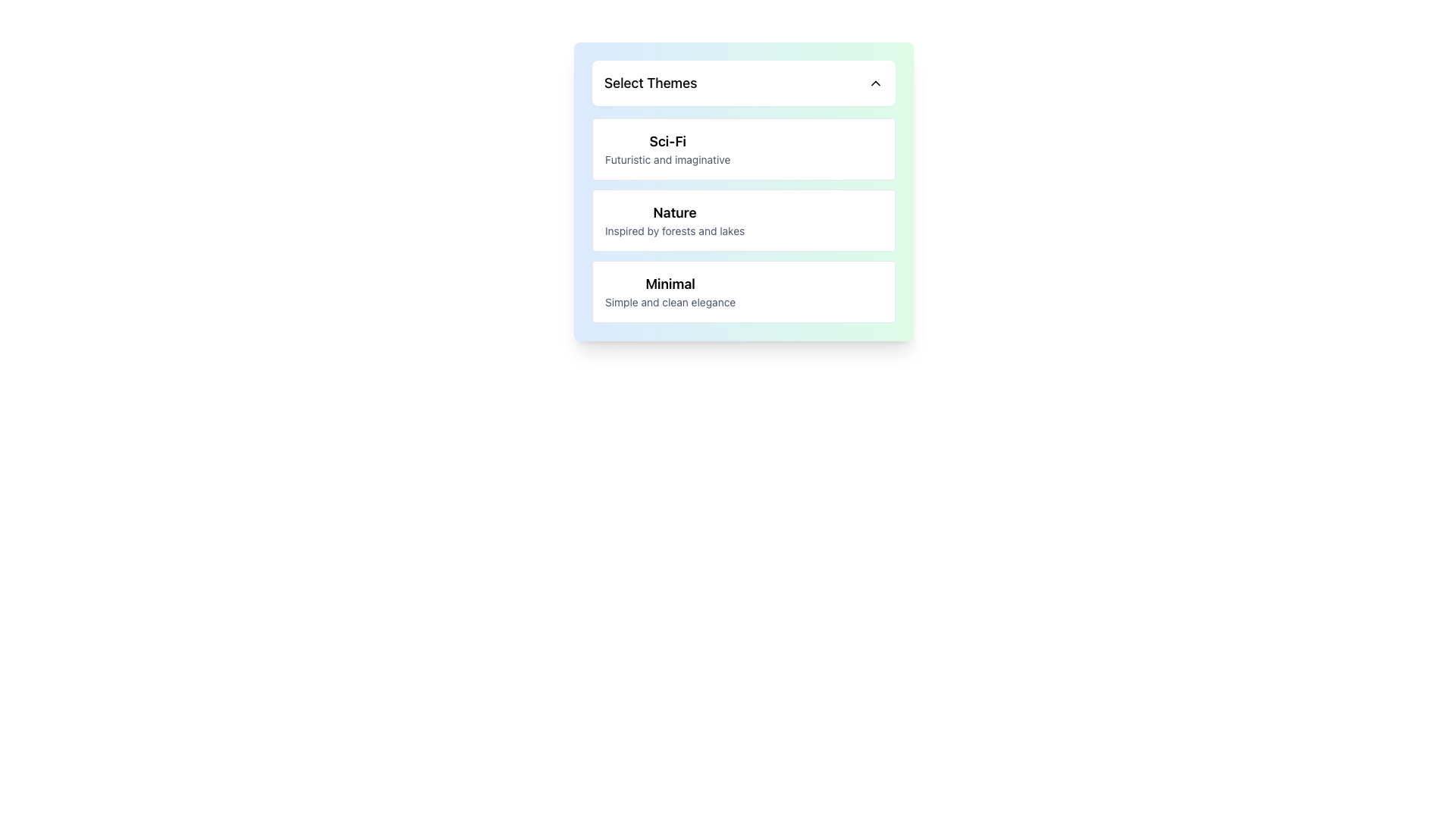 The width and height of the screenshot is (1456, 819). What do you see at coordinates (743, 149) in the screenshot?
I see `the selection option titled 'Sci-Fi'` at bounding box center [743, 149].